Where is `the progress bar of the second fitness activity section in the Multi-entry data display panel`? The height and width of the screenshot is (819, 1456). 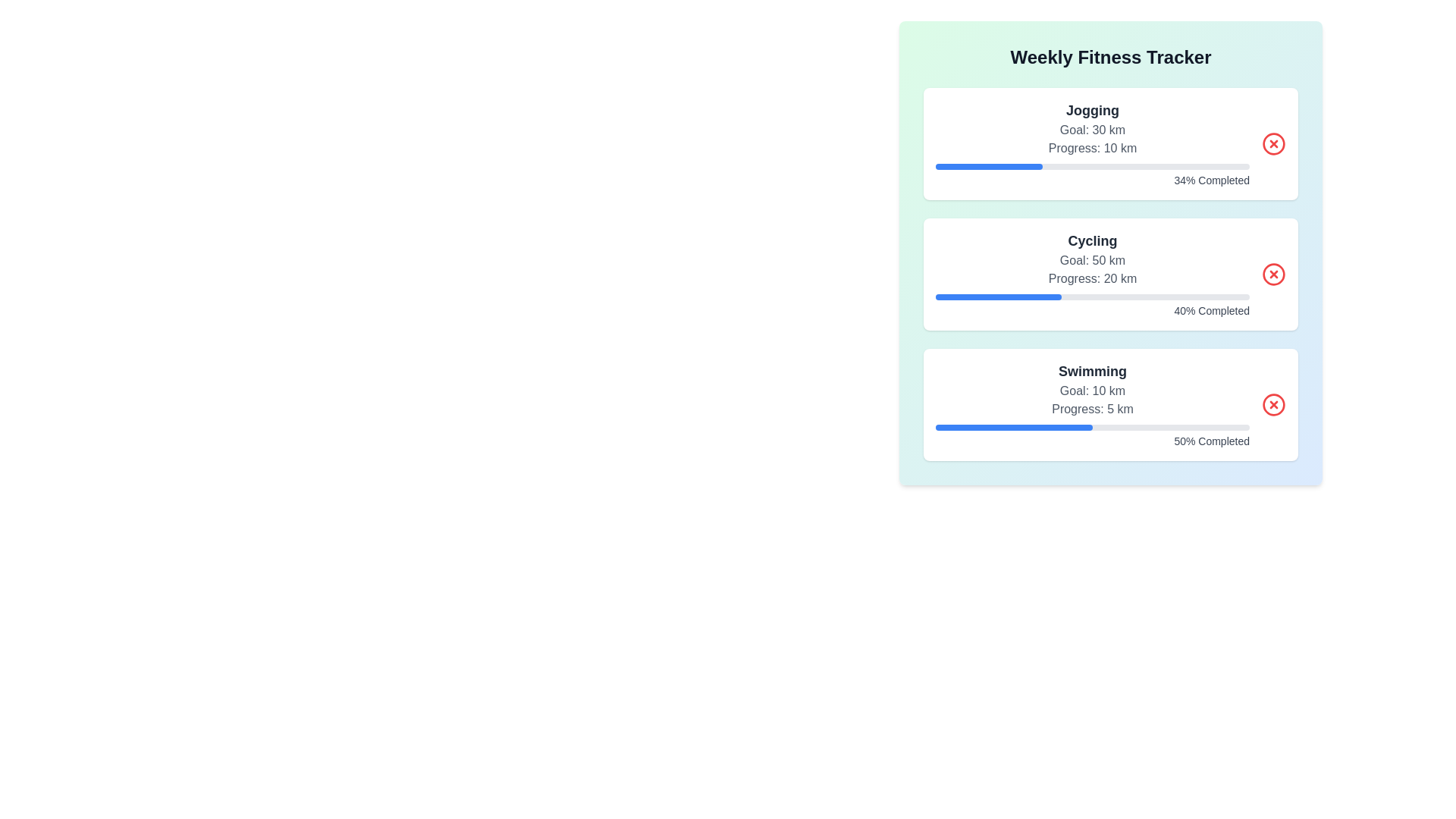 the progress bar of the second fitness activity section in the Multi-entry data display panel is located at coordinates (1110, 275).